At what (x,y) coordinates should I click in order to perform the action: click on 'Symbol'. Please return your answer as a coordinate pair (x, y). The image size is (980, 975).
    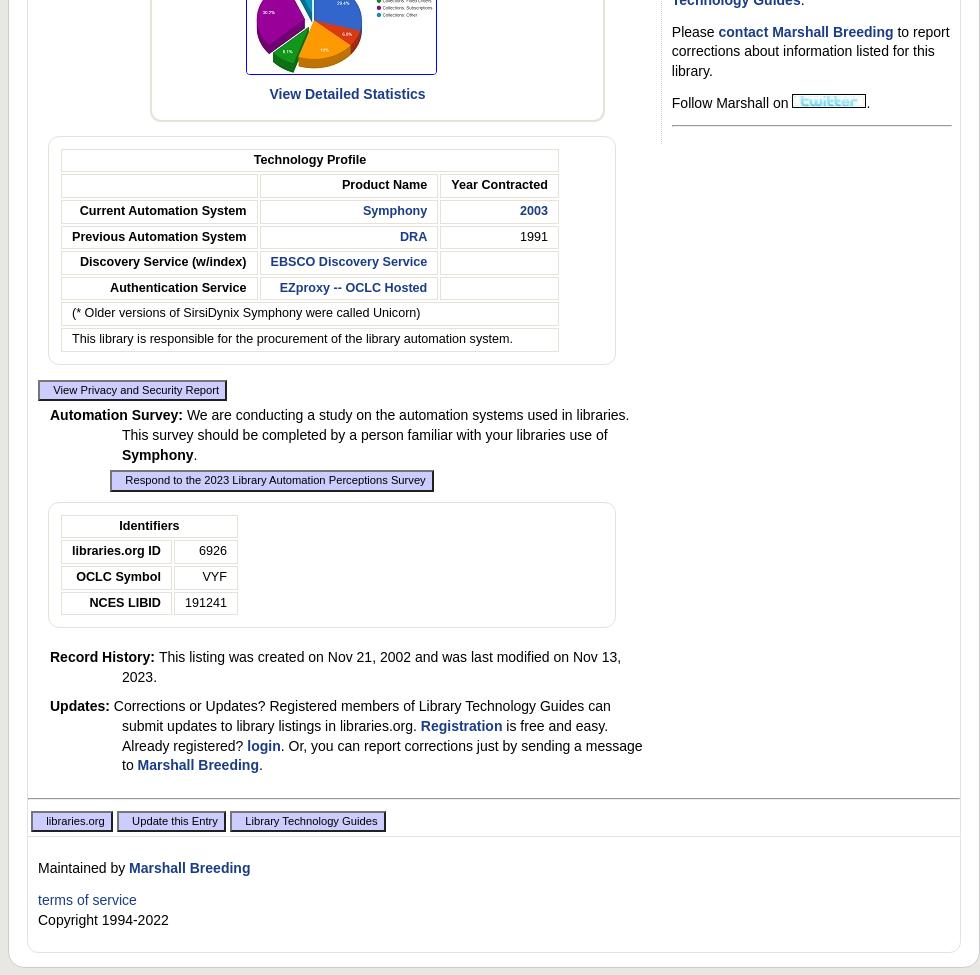
    Looking at the image, I should click on (135, 576).